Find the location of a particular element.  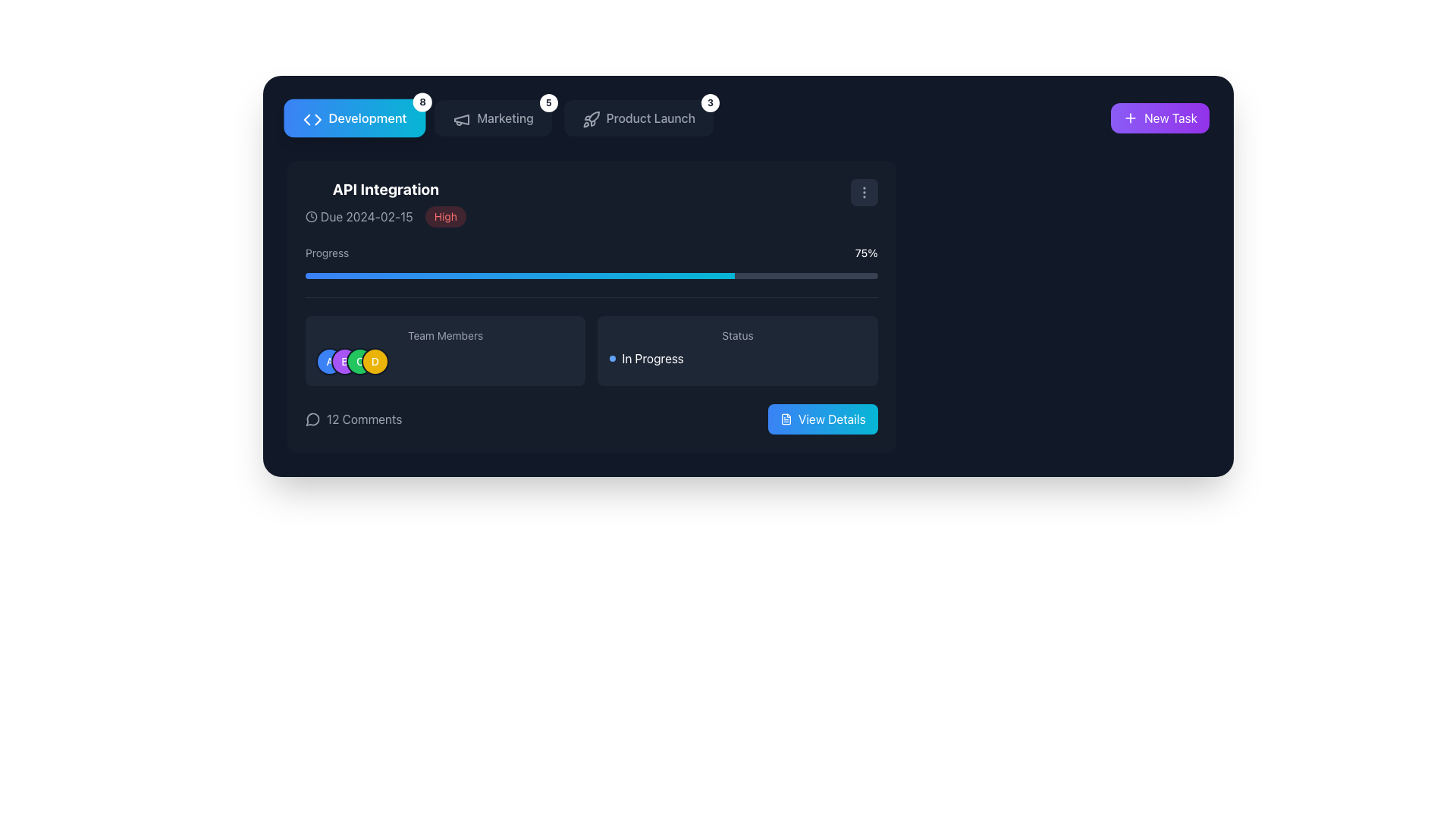

the rocket icon located in the navigation bar, positioned between the 'Marketing' envelope icon and the text '3' is located at coordinates (590, 119).